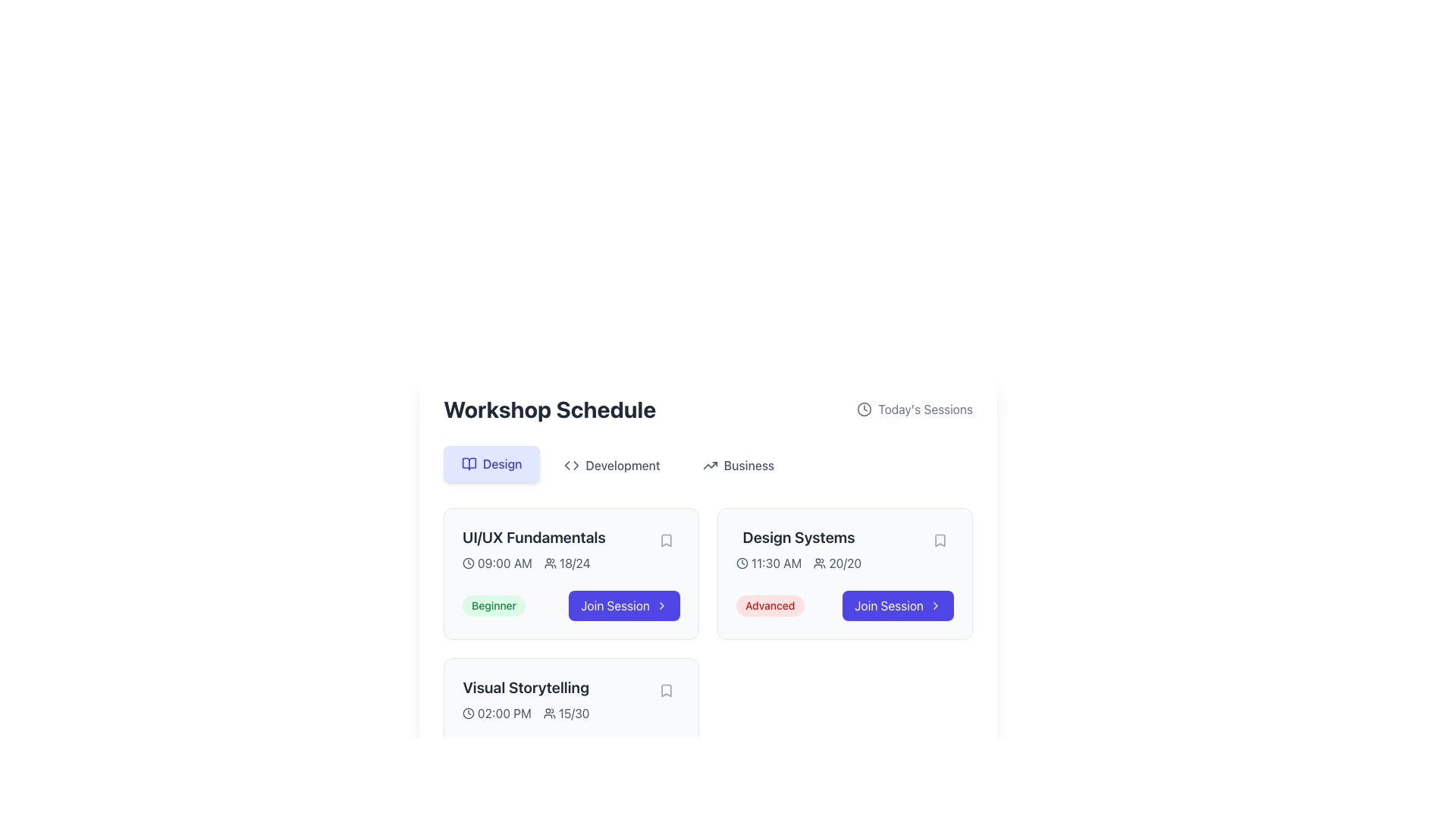 Image resolution: width=1456 pixels, height=819 pixels. What do you see at coordinates (709, 464) in the screenshot?
I see `the upward trend arrow icon located in the 'Business' tab, positioned to the left of the text 'Business'` at bounding box center [709, 464].